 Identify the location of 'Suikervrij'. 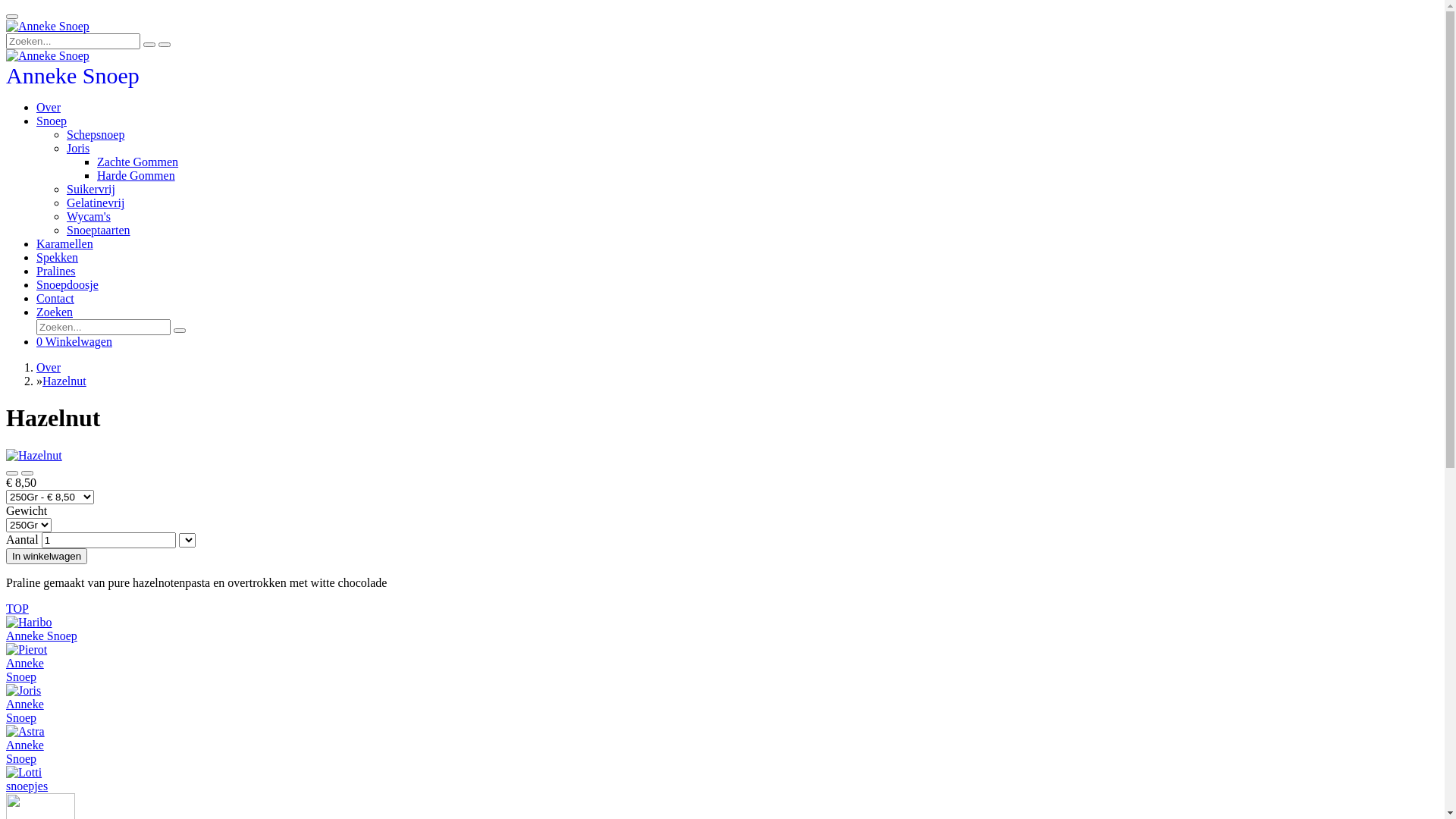
(65, 188).